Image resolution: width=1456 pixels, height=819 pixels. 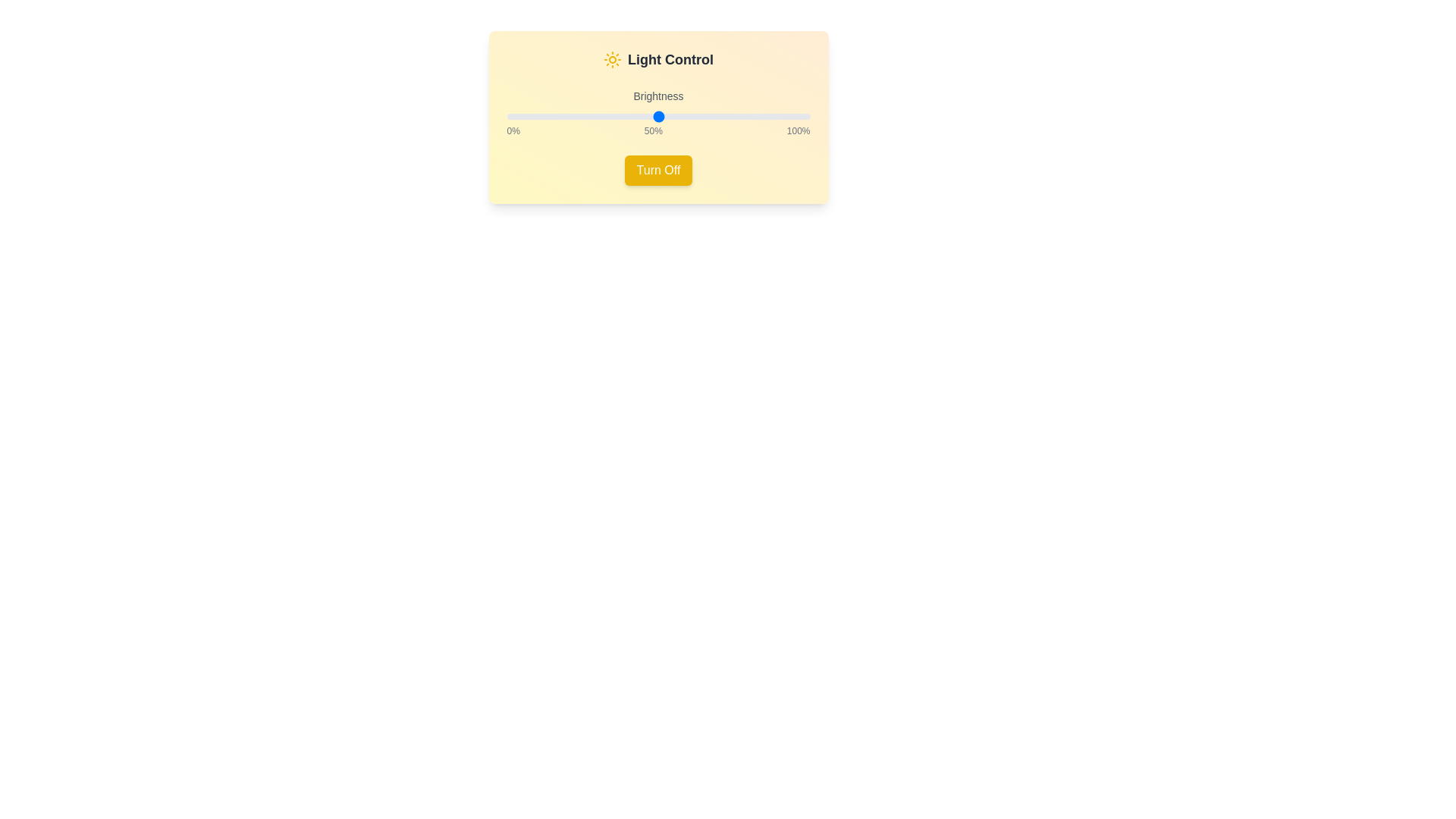 I want to click on value displayed in the middle text label showing '50%' which is positioned centrally between '0%' and '100%' labels below the slider control, so click(x=653, y=130).